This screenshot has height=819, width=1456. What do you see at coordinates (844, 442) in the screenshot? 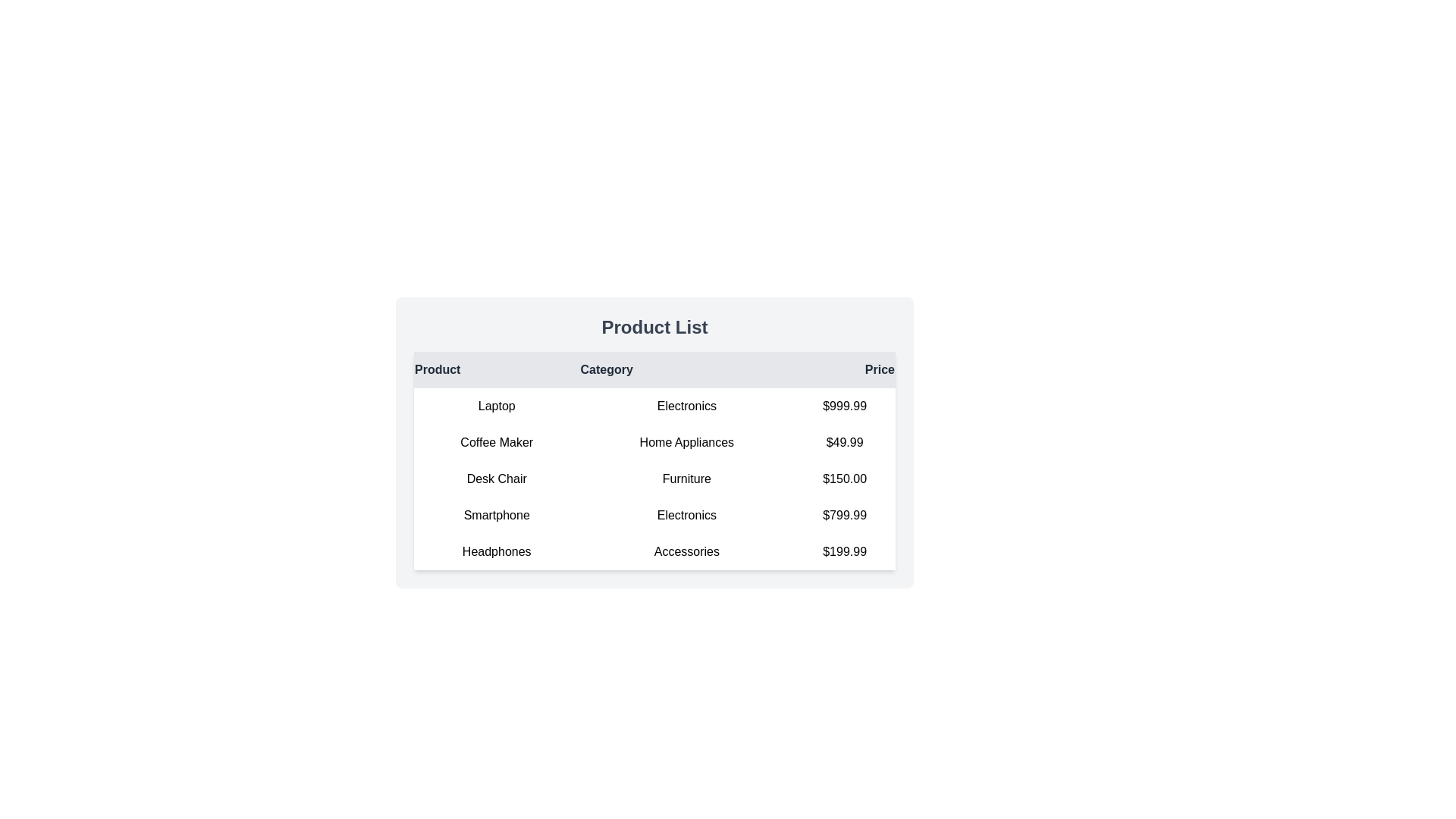
I see `the price label displaying '$49.99' for the 'Coffee Maker' product, located in the second row of the 'Price' column in the product listing table` at bounding box center [844, 442].